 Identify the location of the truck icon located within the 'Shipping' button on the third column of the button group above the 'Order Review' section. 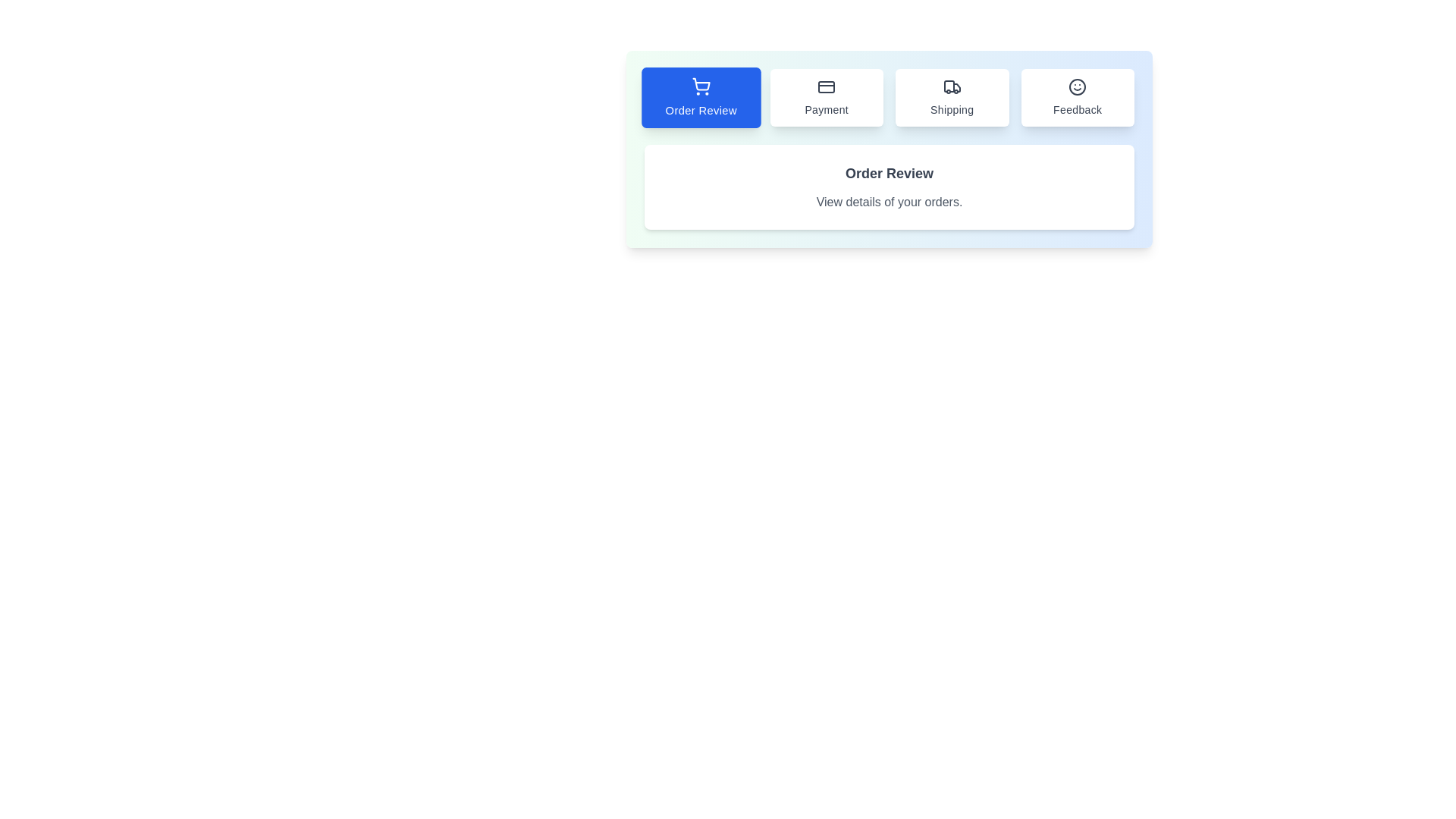
(951, 87).